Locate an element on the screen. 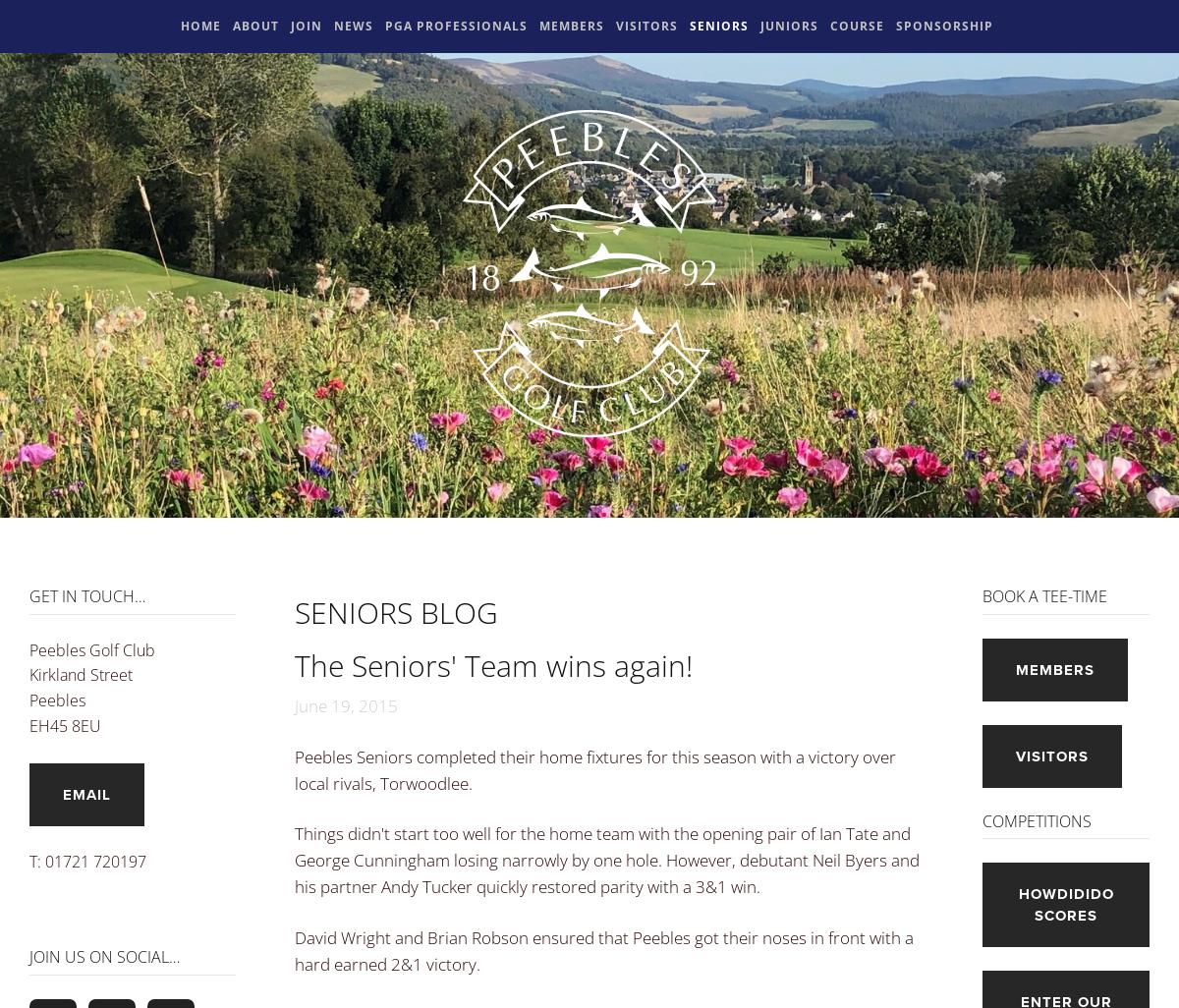 The width and height of the screenshot is (1179, 1008). 'About' is located at coordinates (254, 26).